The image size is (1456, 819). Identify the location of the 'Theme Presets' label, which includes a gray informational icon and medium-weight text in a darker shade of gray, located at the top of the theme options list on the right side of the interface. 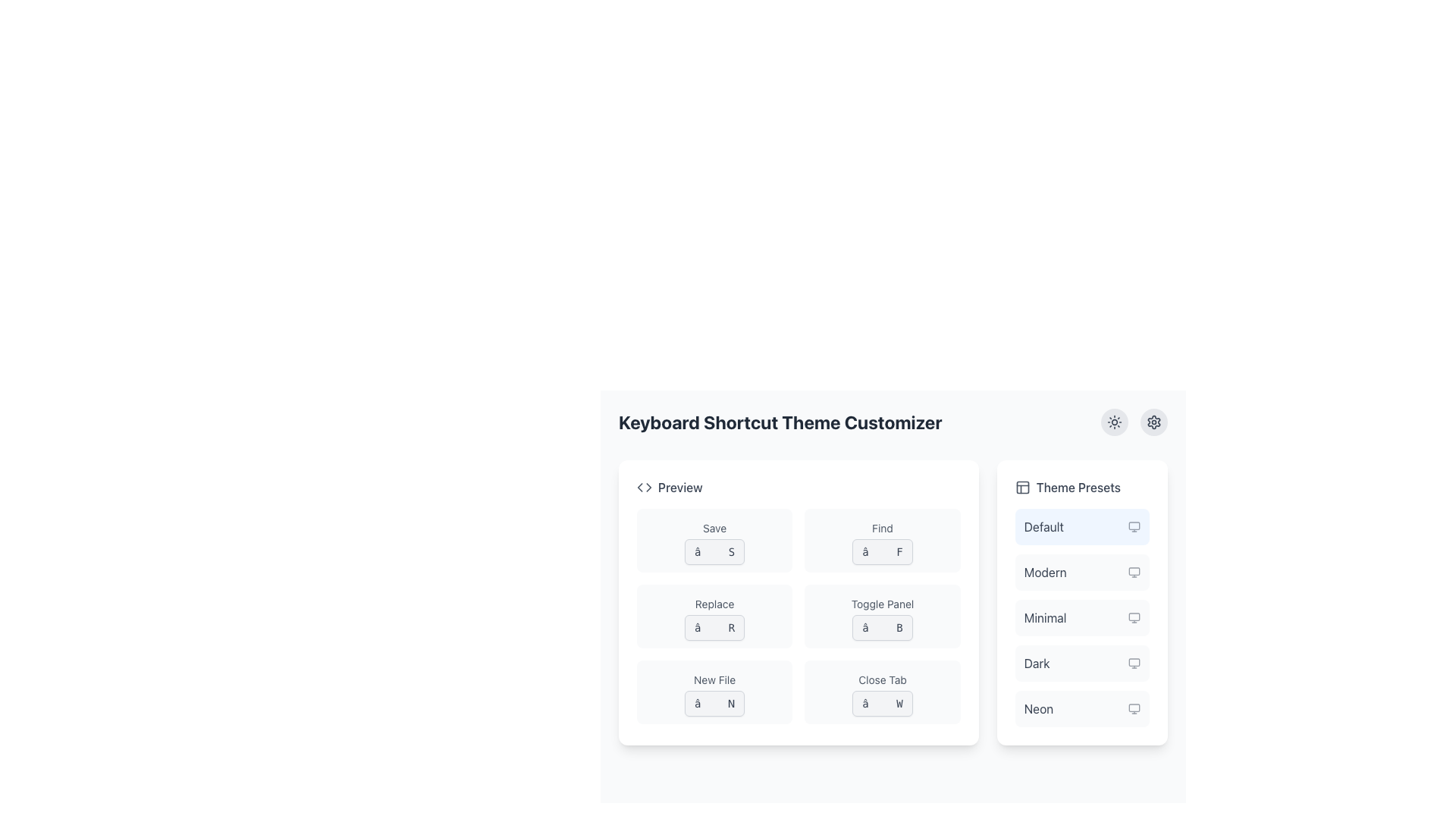
(1081, 488).